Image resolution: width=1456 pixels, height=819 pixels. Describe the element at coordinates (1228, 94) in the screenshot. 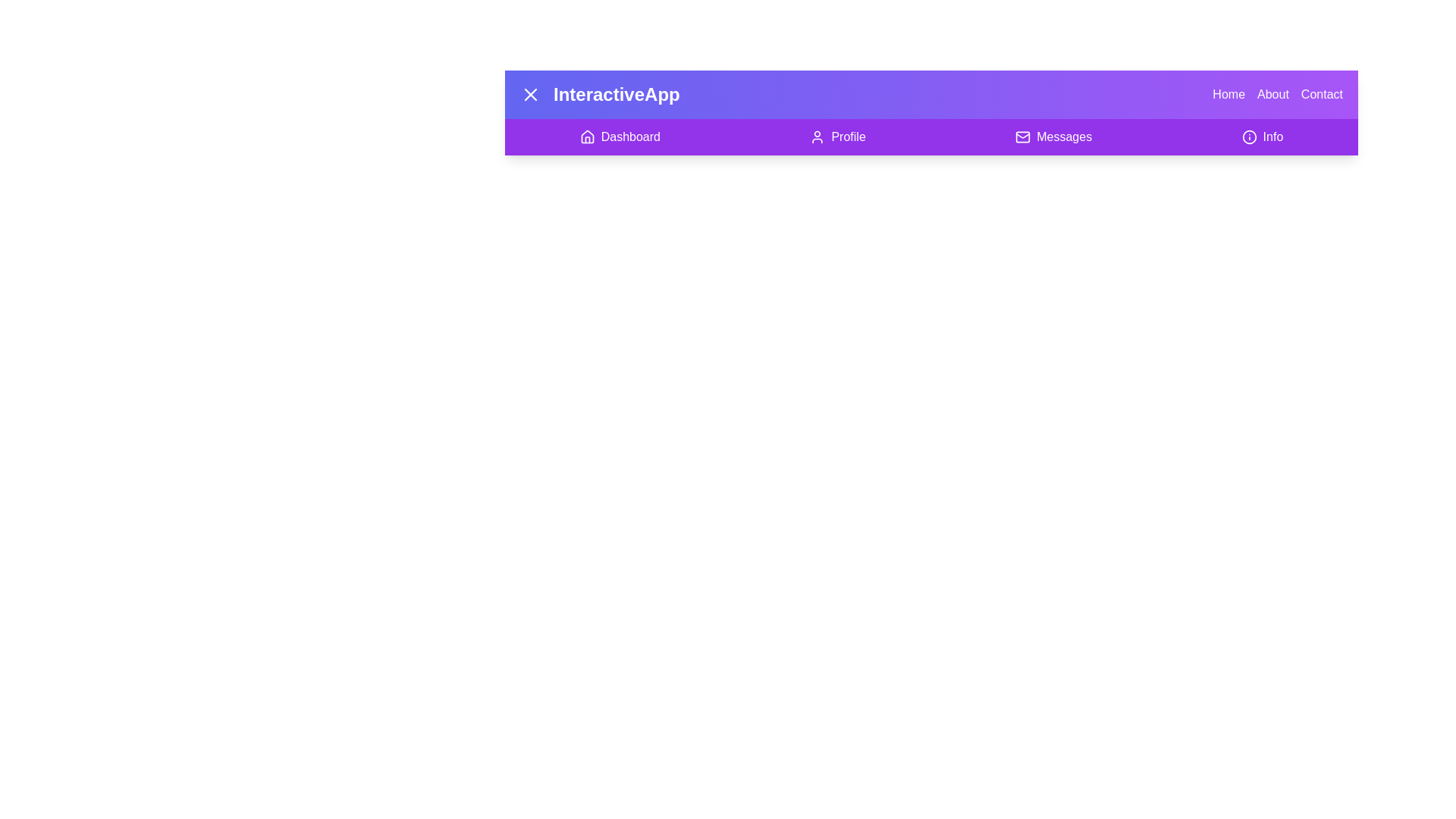

I see `the button labeled Home to observe its hover effect` at that location.